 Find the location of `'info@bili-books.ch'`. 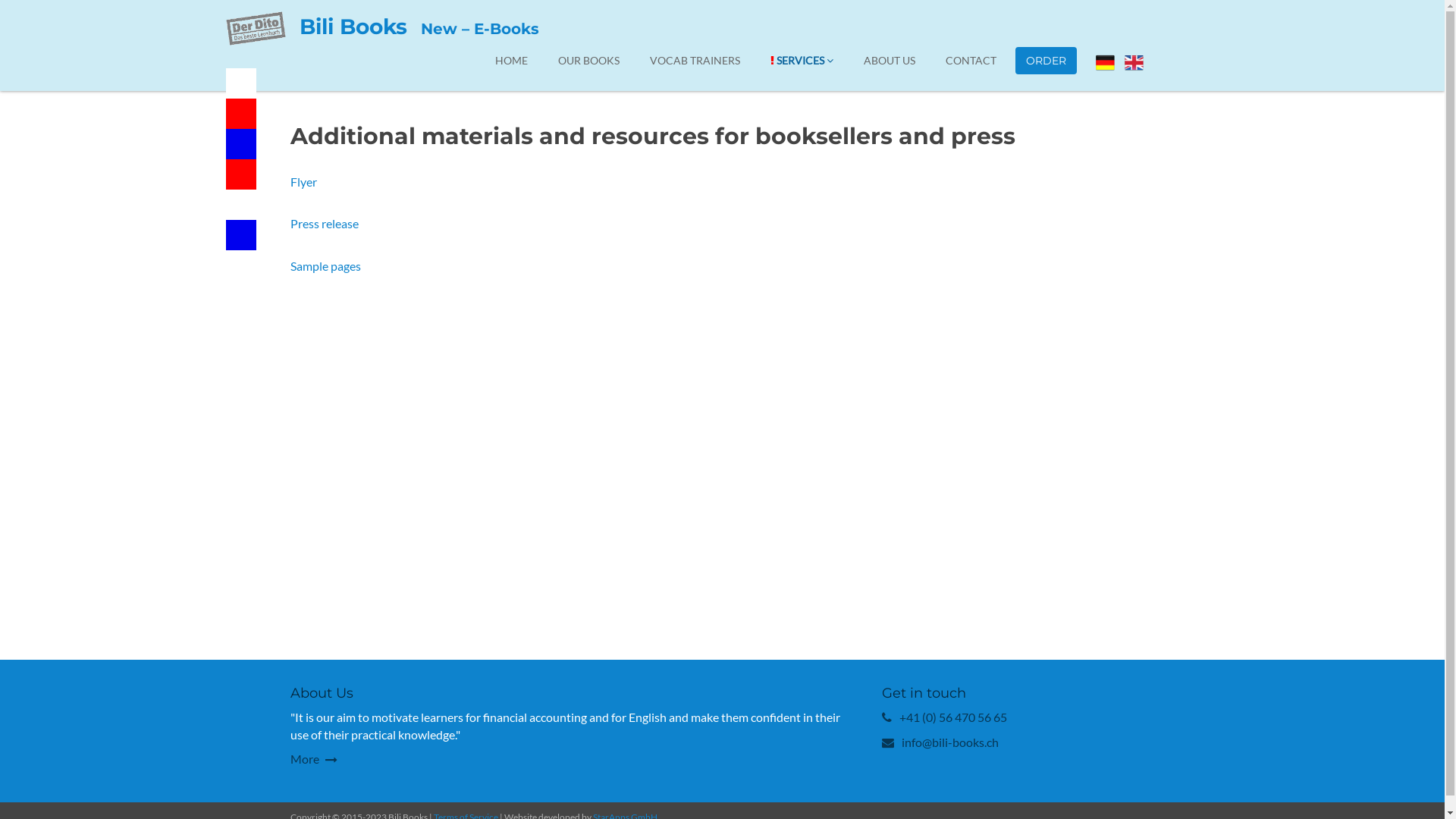

'info@bili-books.ch' is located at coordinates (949, 741).